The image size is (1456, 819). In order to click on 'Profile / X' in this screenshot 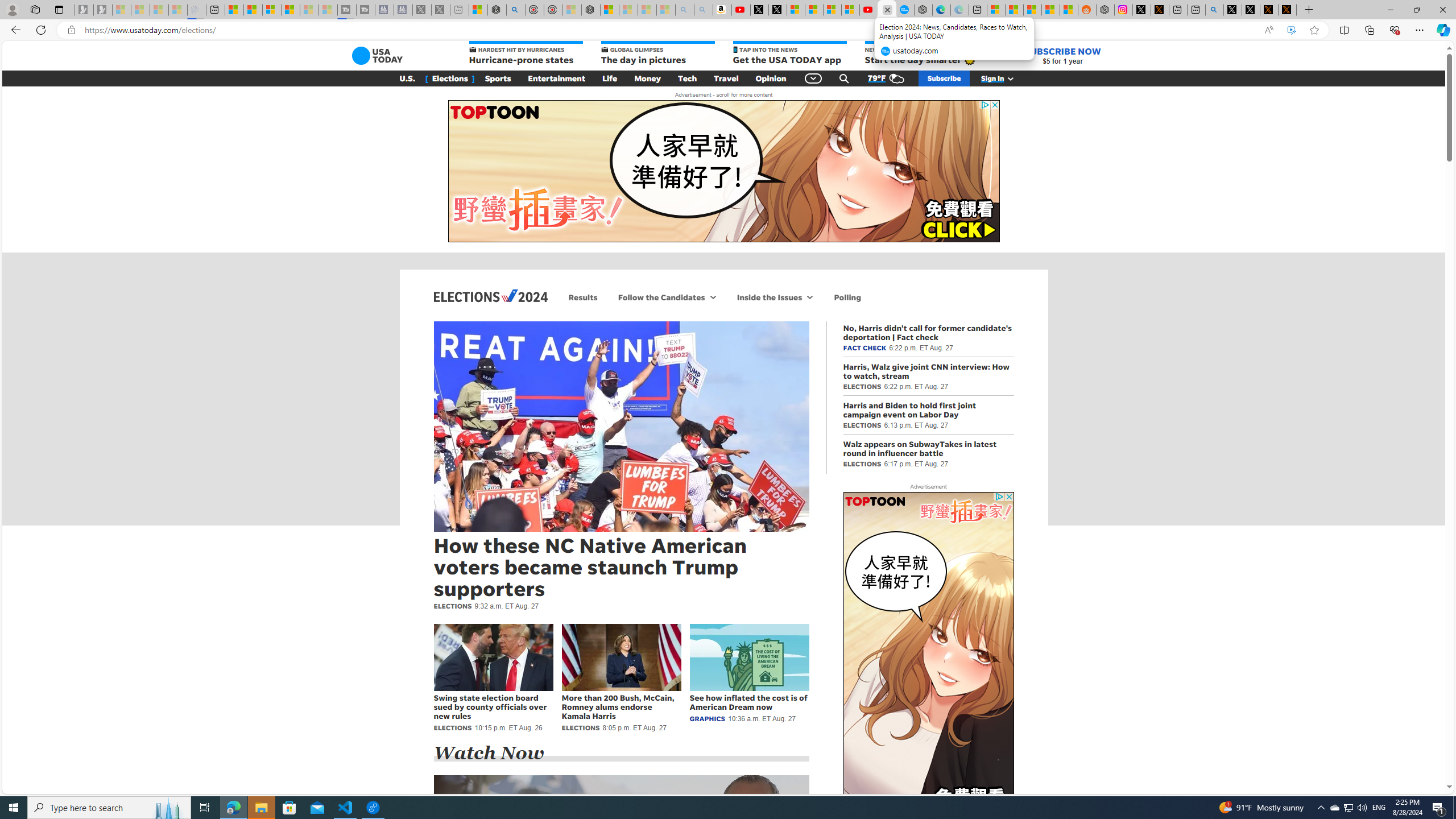, I will do `click(1232, 9)`.